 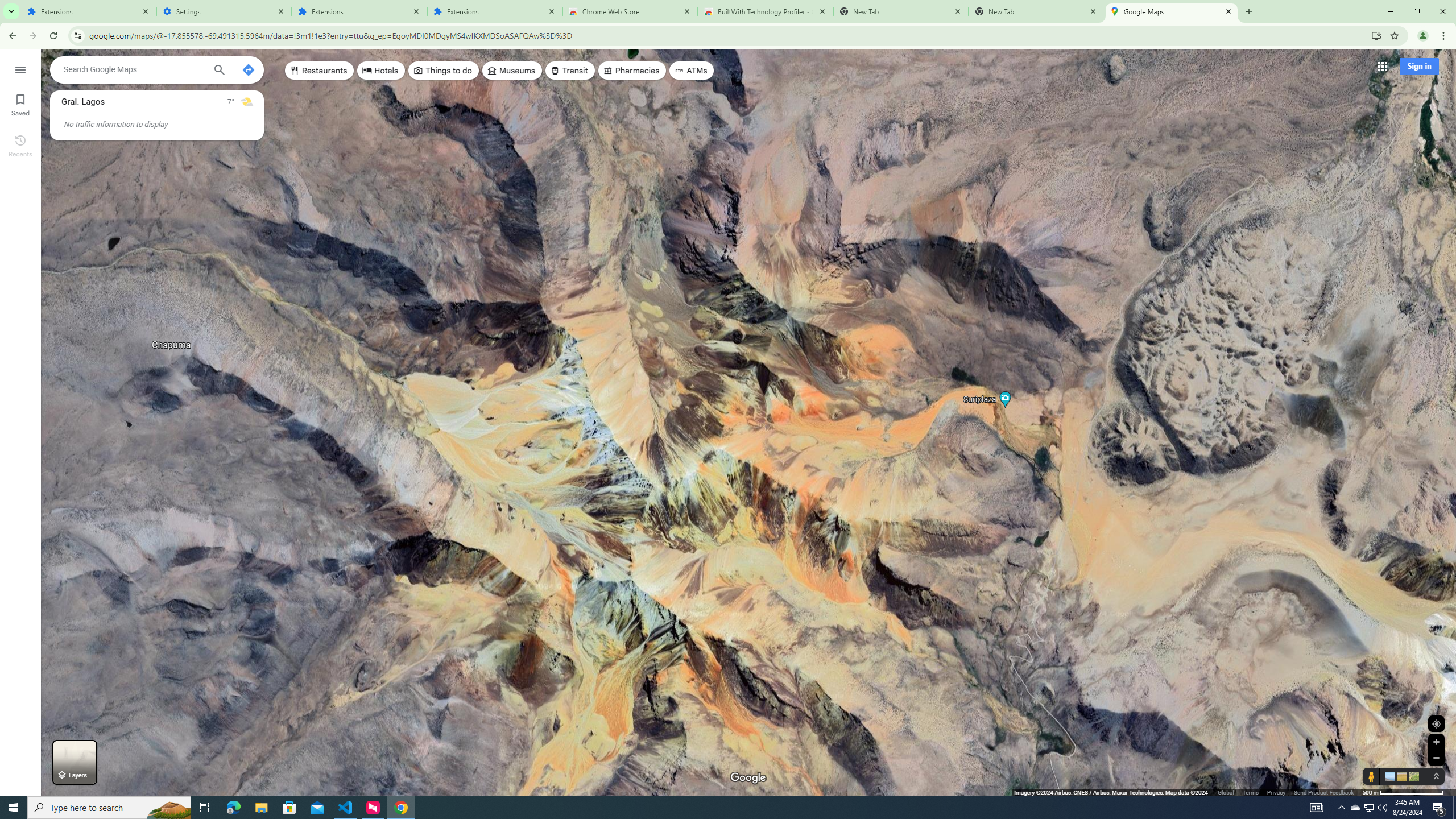 I want to click on 'Global', so click(x=1226, y=792).